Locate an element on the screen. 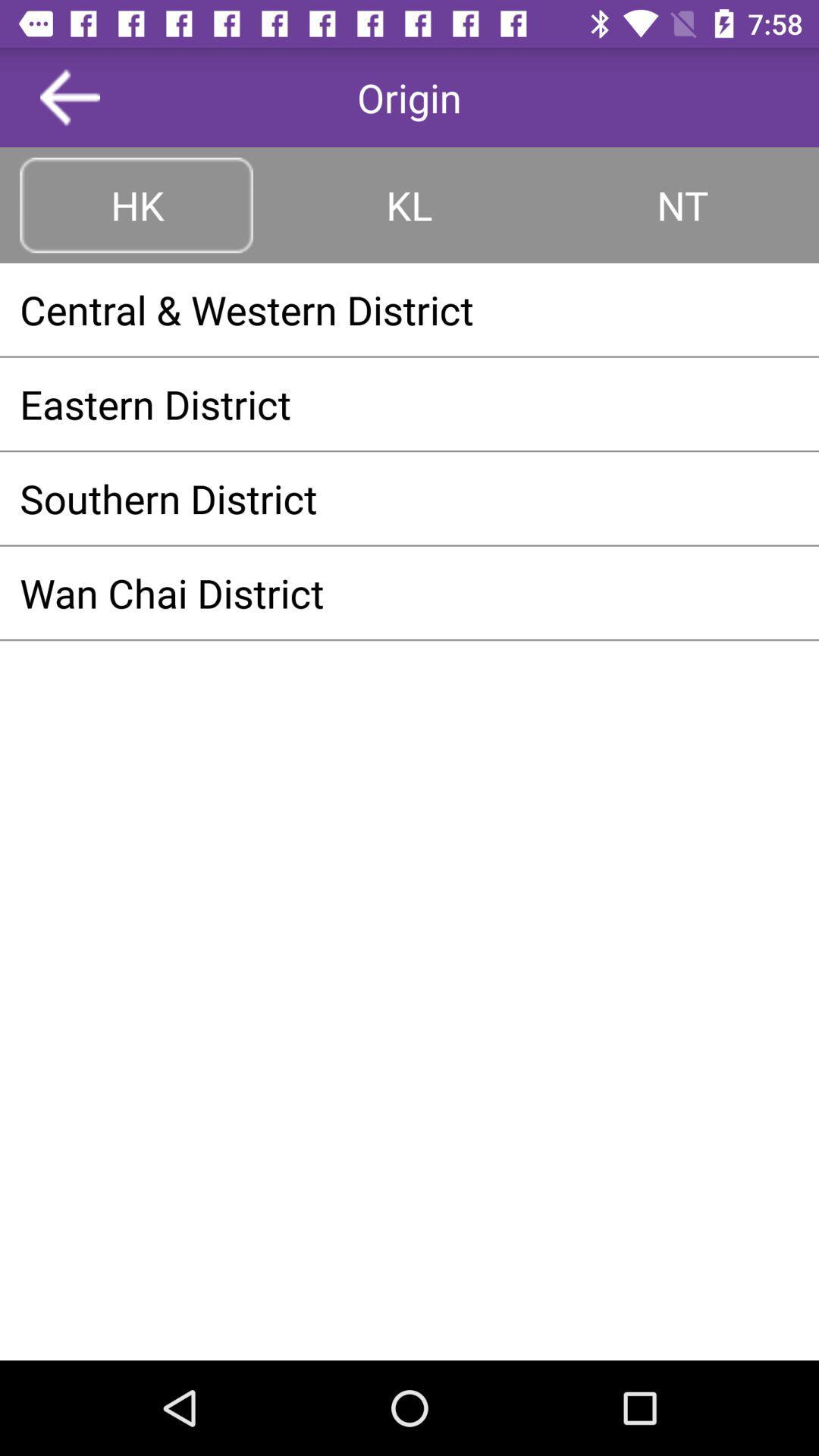 This screenshot has height=1456, width=819. the kl item is located at coordinates (409, 204).